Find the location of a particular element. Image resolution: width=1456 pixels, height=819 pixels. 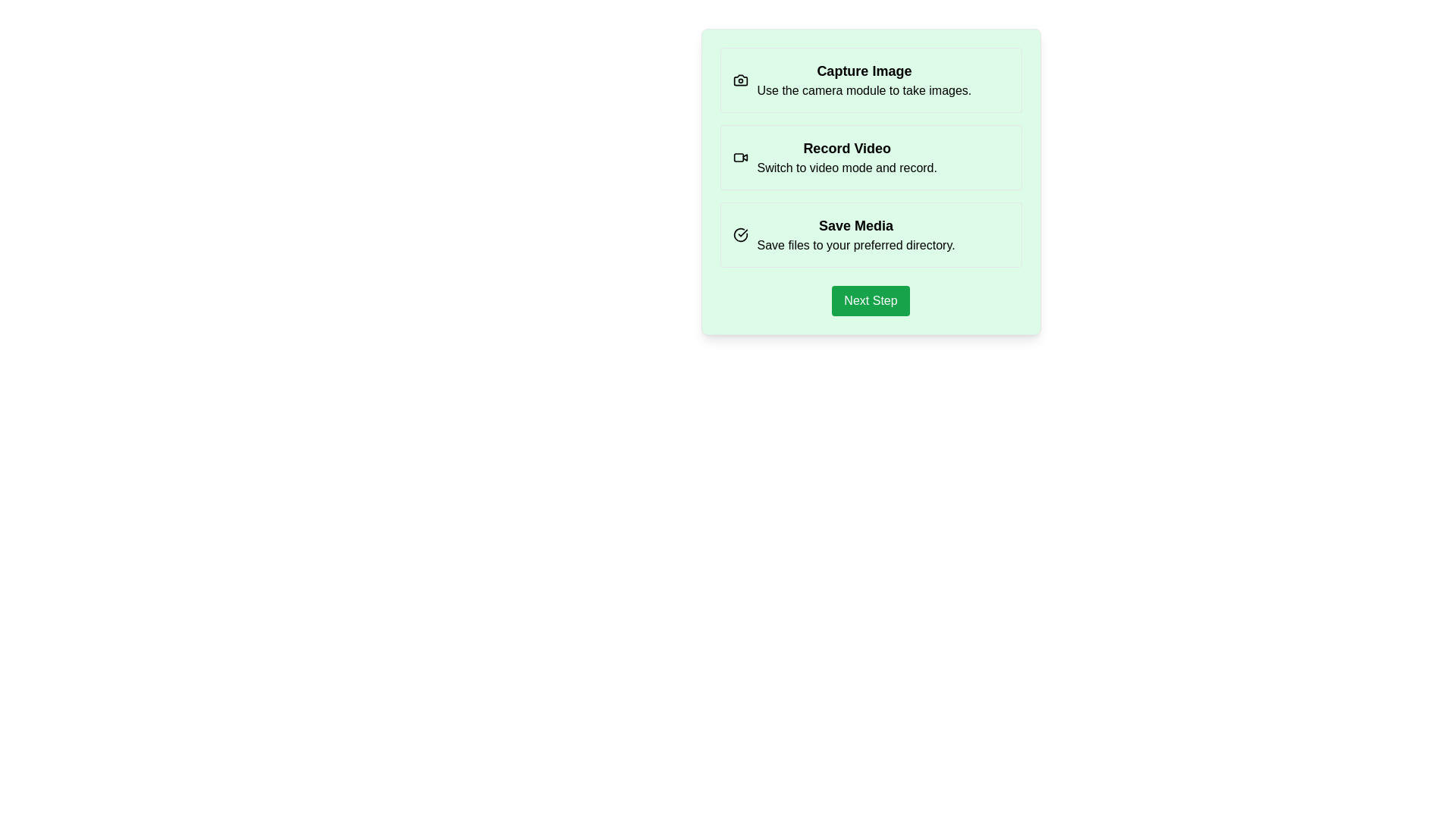

text on the video recording option in the Information panel, which is the second item in the vertical list of options located below 'Capture Image' and above 'Save Media' is located at coordinates (846, 158).